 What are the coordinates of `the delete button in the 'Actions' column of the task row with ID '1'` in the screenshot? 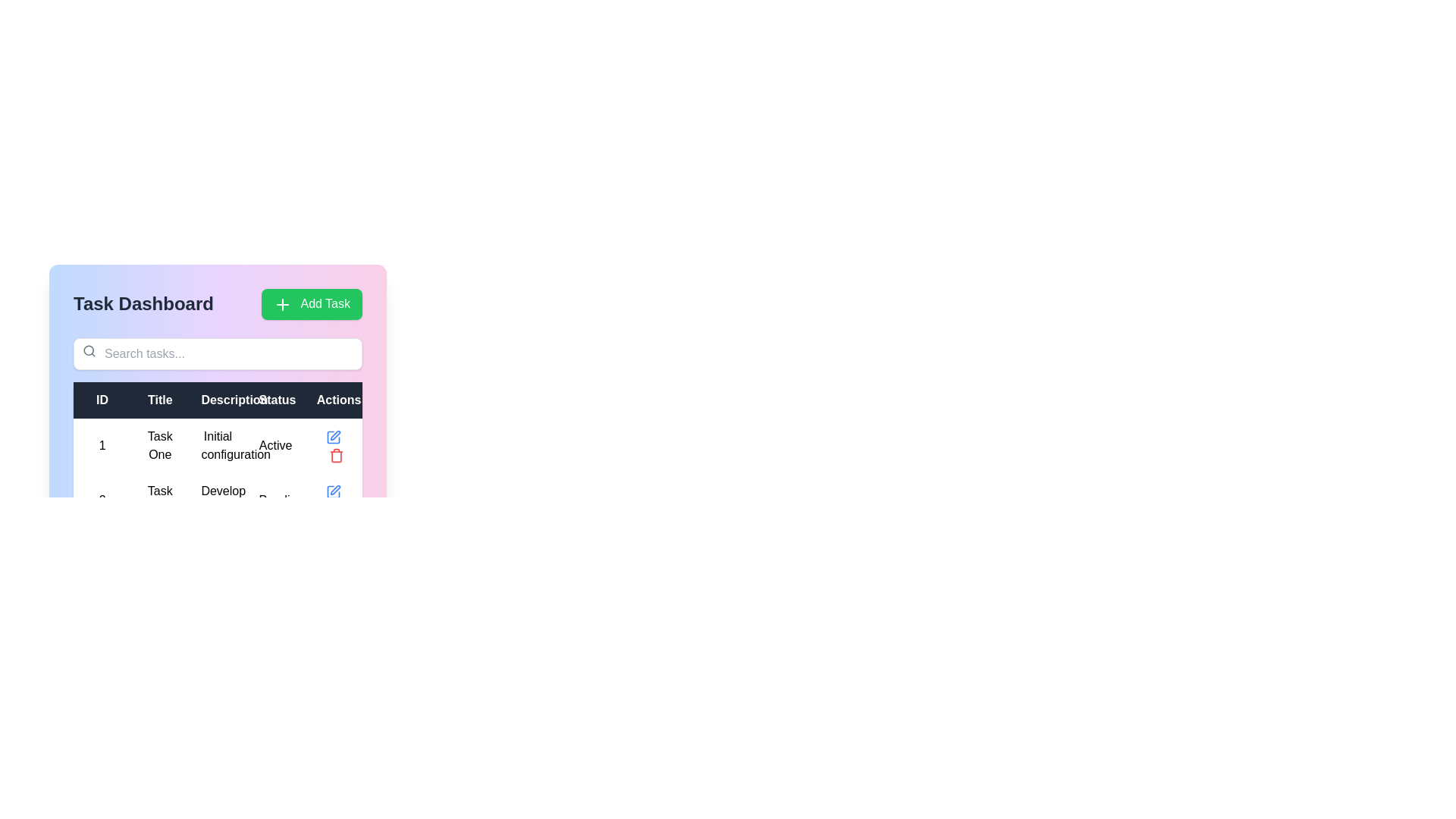 It's located at (335, 453).